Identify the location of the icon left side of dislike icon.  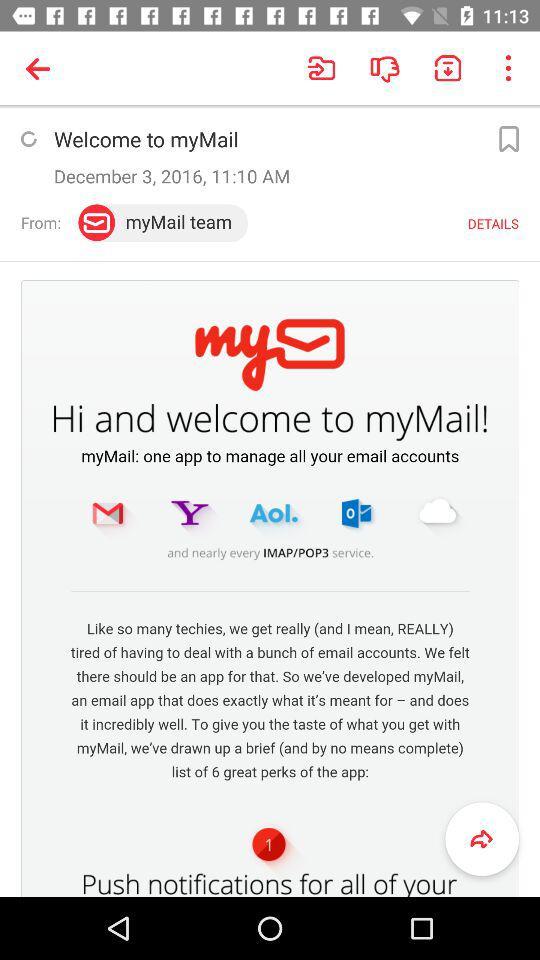
(322, 68).